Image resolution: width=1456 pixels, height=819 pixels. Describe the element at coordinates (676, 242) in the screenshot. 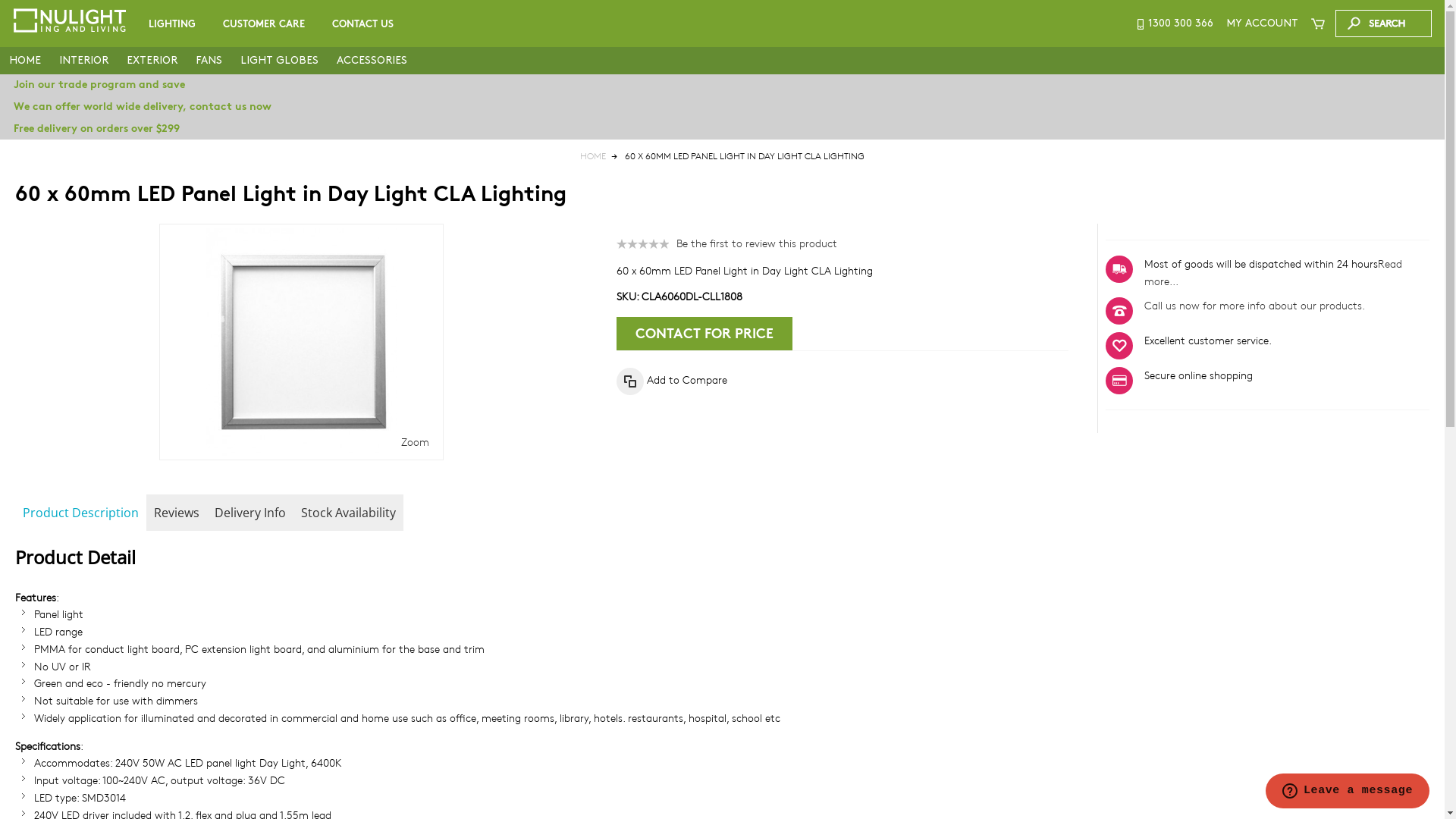

I see `'Be the first to review this product'` at that location.